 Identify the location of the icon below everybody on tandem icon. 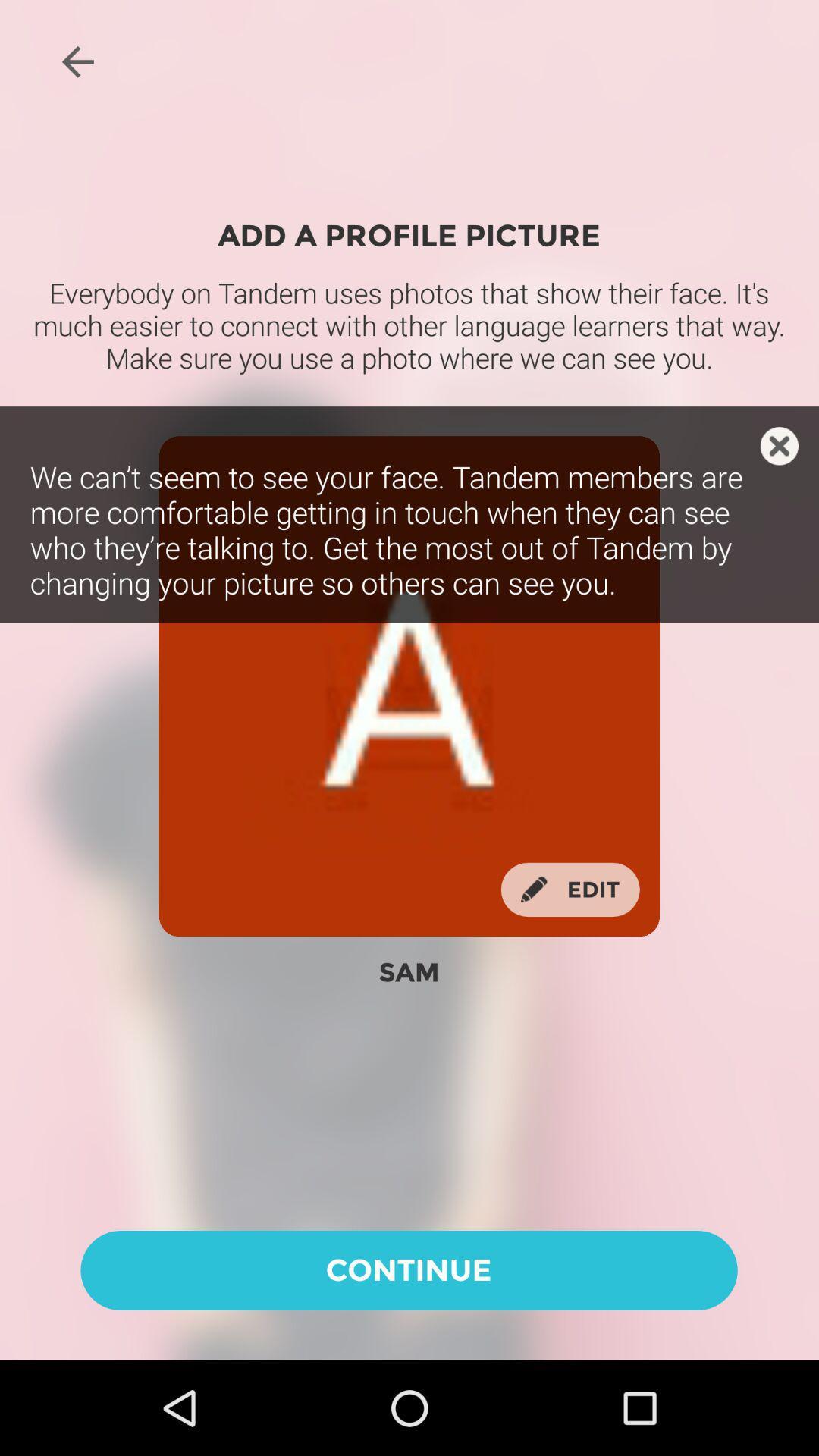
(779, 445).